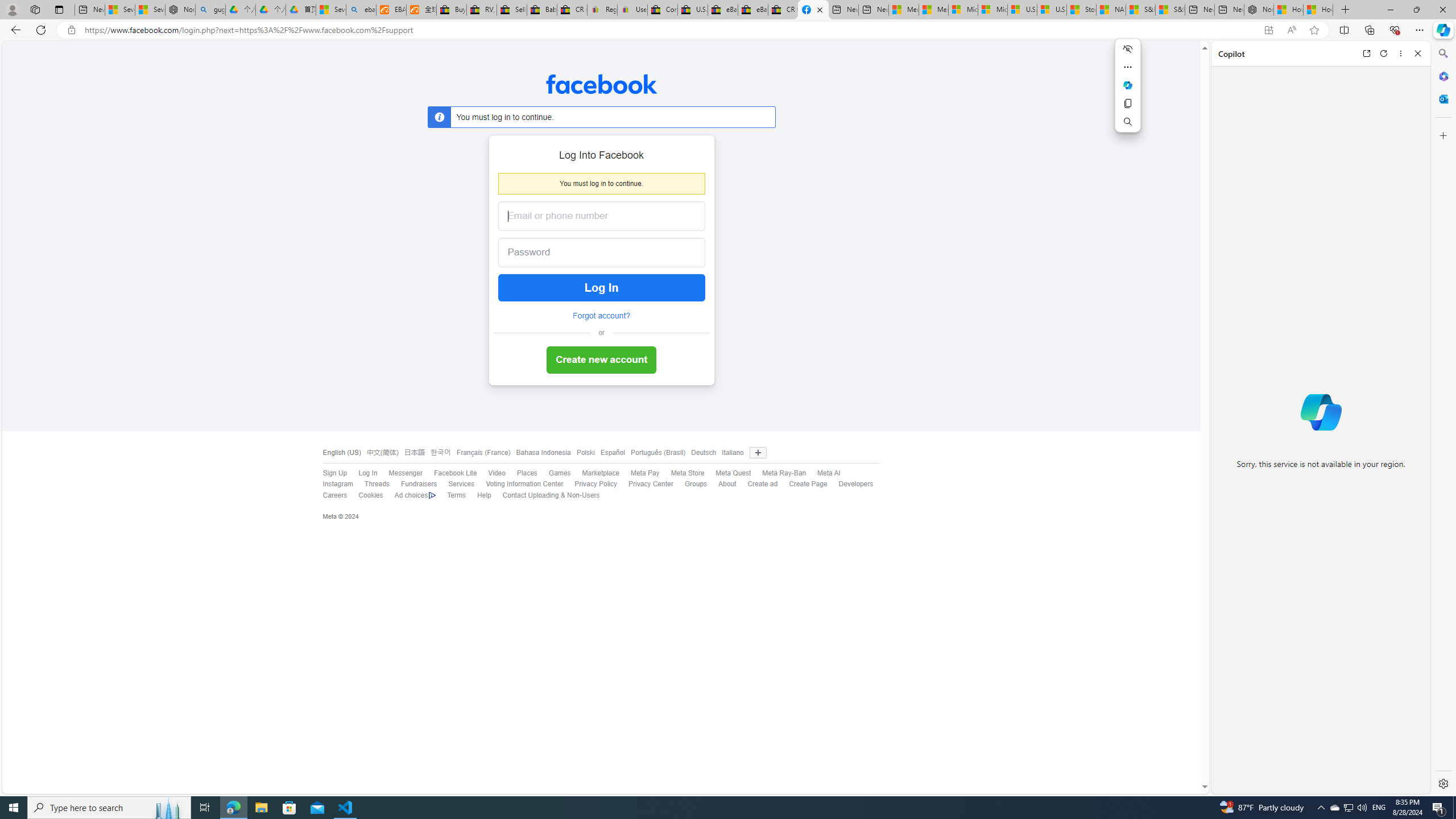  Describe the element at coordinates (412, 484) in the screenshot. I see `'Fundraisers'` at that location.